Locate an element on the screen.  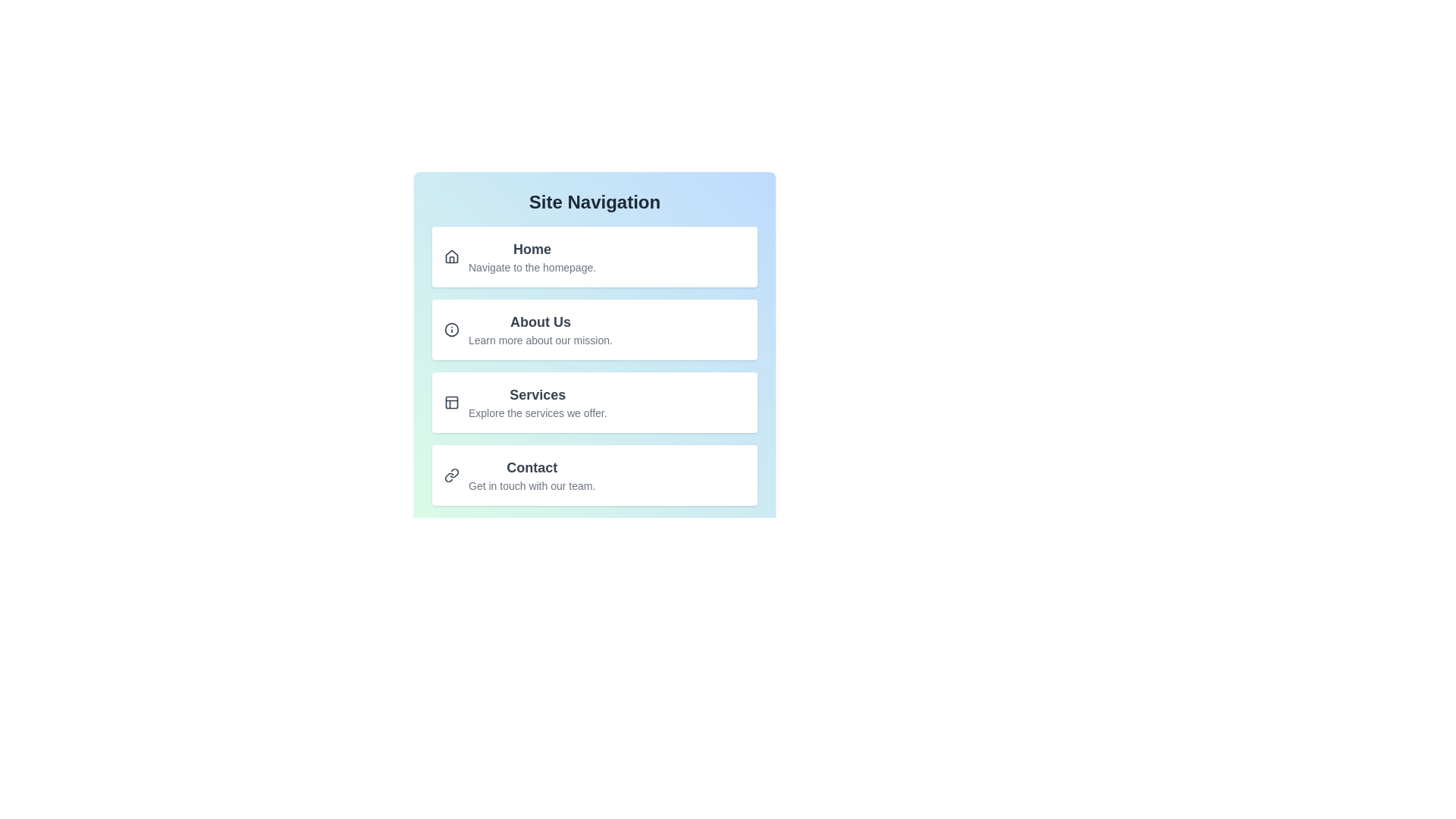
the interactive card at the bottom of the 'Site Navigation' section is located at coordinates (594, 475).